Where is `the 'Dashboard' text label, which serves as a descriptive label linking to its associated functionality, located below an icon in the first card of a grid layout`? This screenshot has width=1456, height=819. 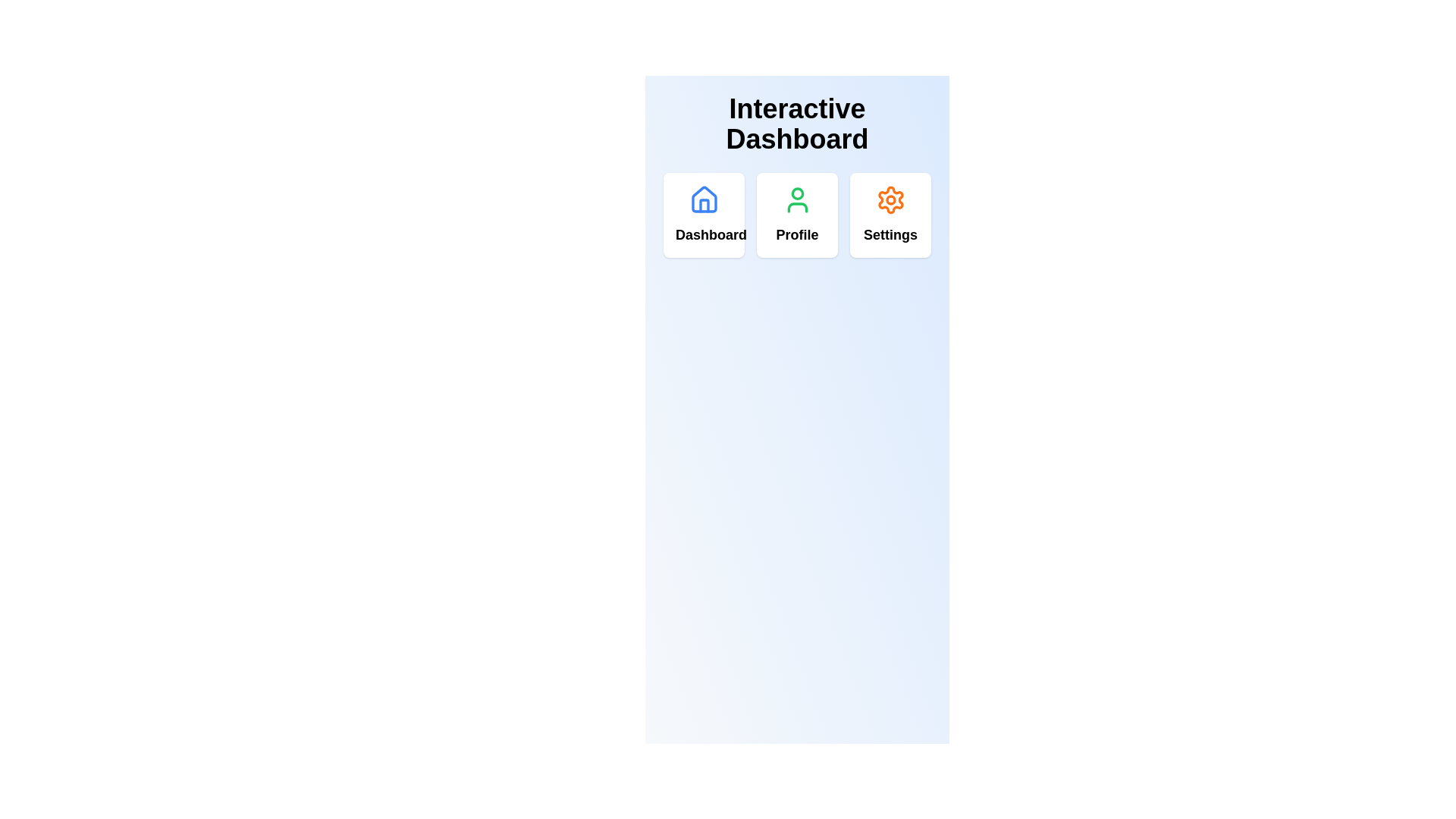
the 'Dashboard' text label, which serves as a descriptive label linking to its associated functionality, located below an icon in the first card of a grid layout is located at coordinates (703, 234).